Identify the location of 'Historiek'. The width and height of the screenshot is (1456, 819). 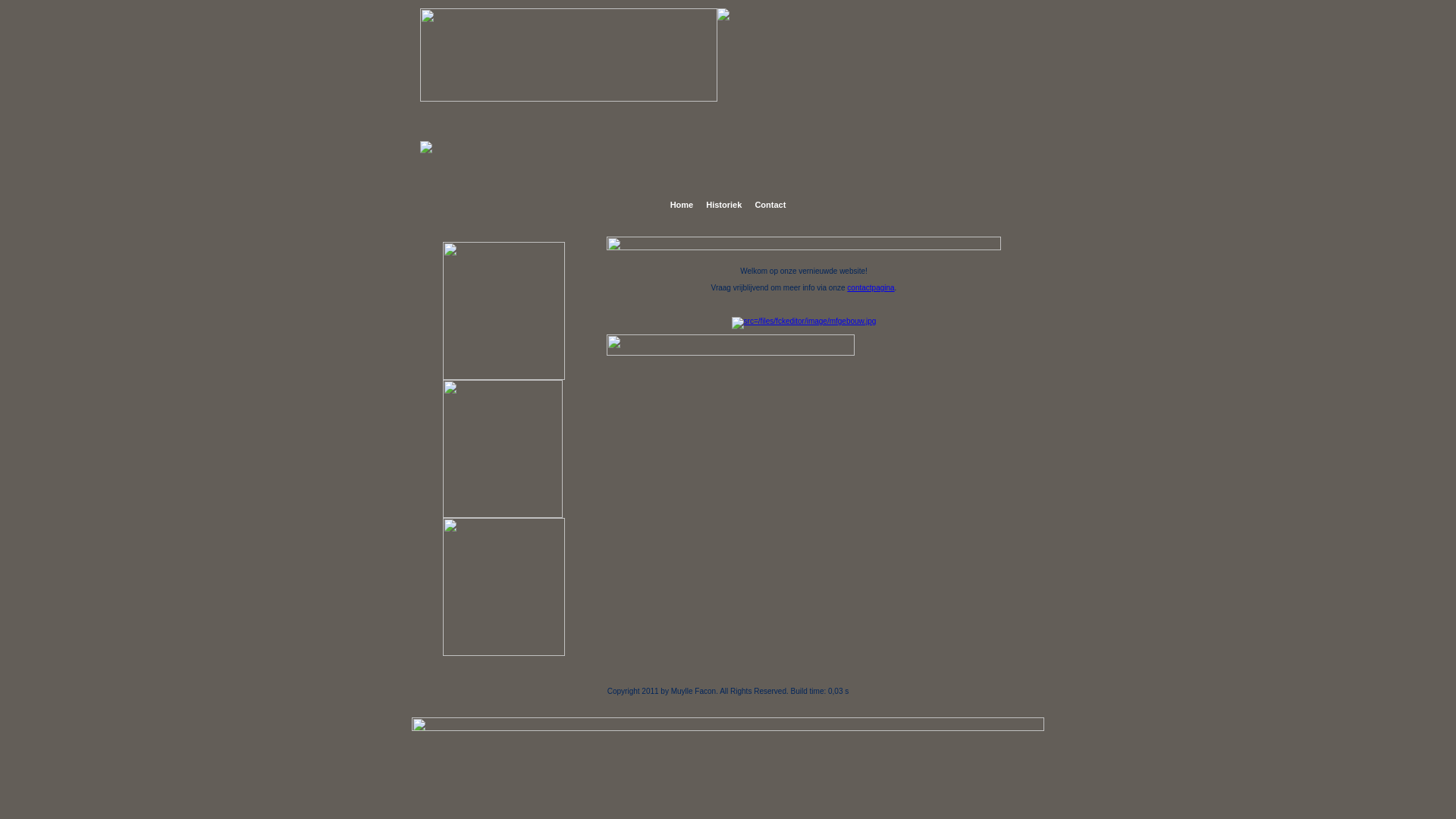
(723, 205).